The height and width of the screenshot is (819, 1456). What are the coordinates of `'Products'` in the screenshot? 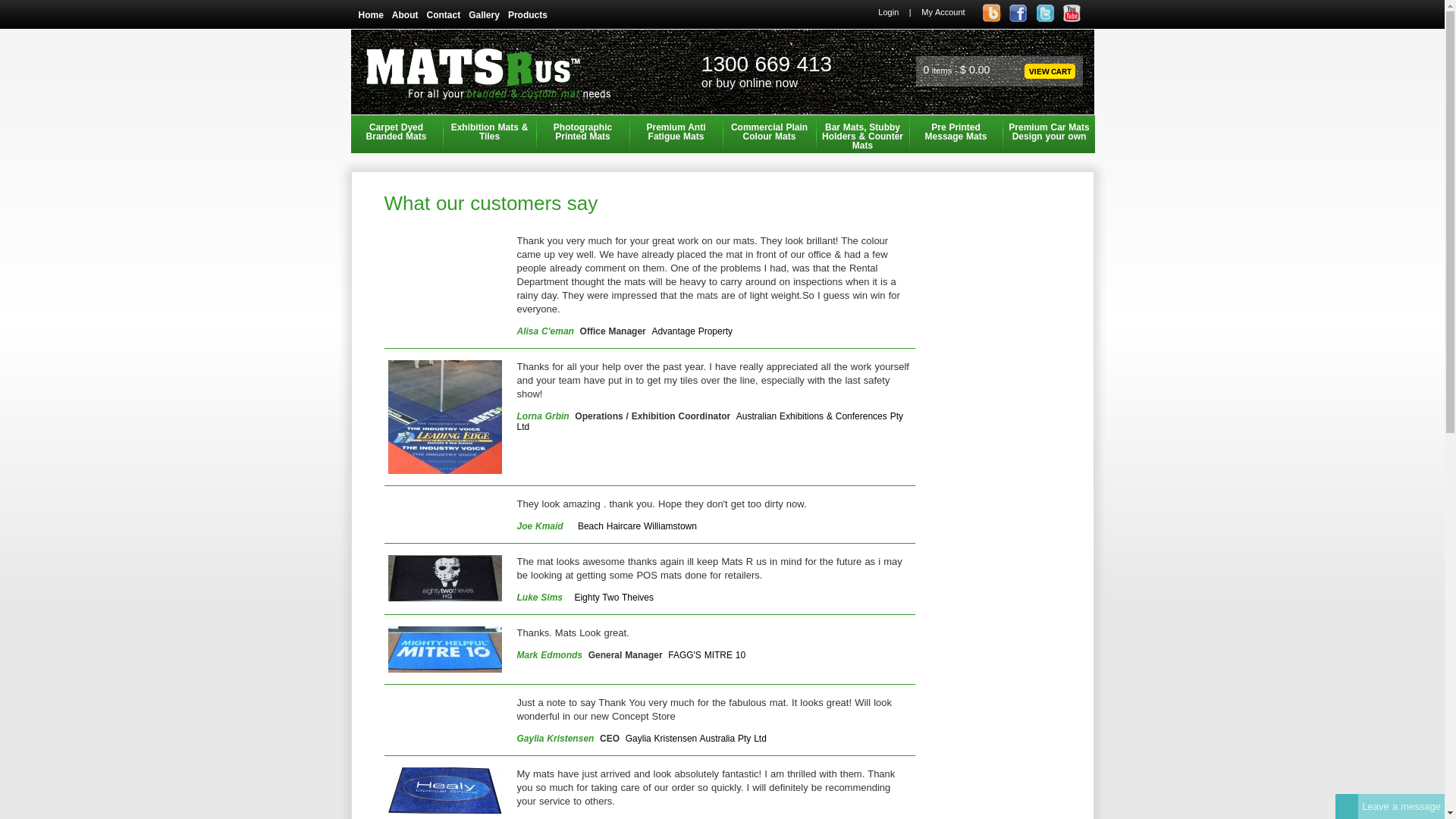 It's located at (532, 14).